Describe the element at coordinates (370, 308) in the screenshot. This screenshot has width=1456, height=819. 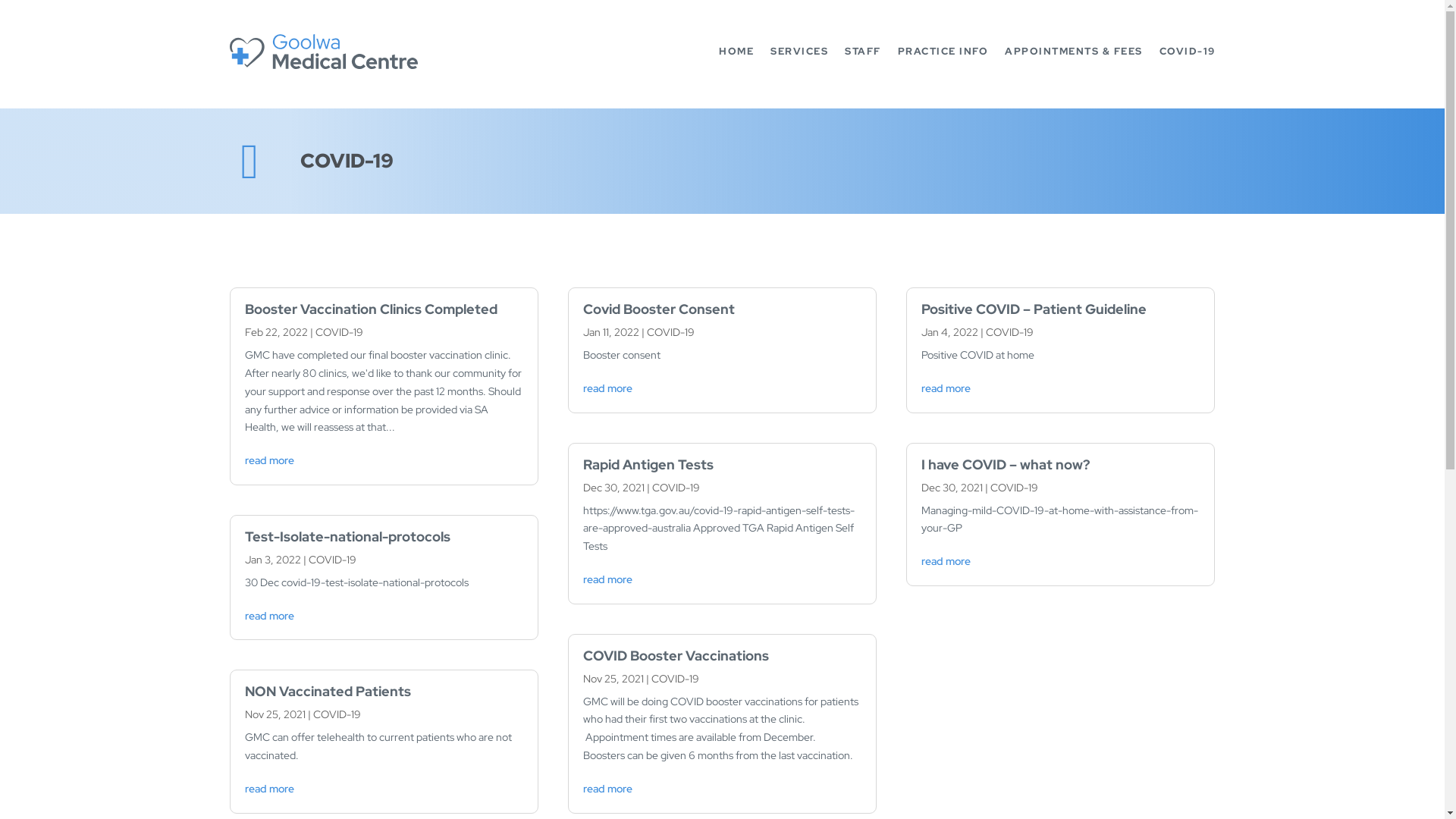
I see `'Booster Vaccination Clinics Completed'` at that location.